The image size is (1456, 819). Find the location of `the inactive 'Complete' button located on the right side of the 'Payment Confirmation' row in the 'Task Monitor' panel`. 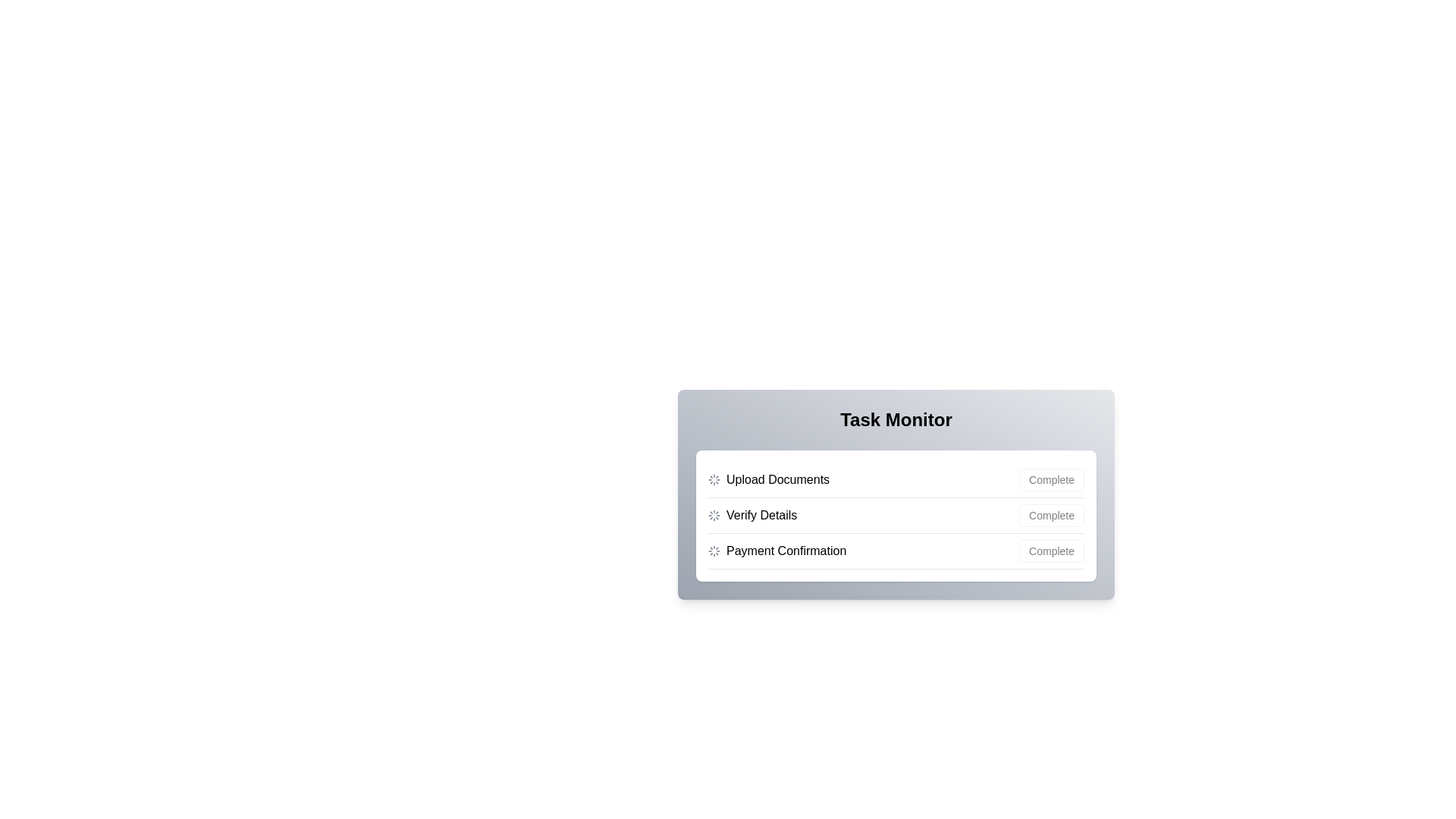

the inactive 'Complete' button located on the right side of the 'Payment Confirmation' row in the 'Task Monitor' panel is located at coordinates (1051, 551).